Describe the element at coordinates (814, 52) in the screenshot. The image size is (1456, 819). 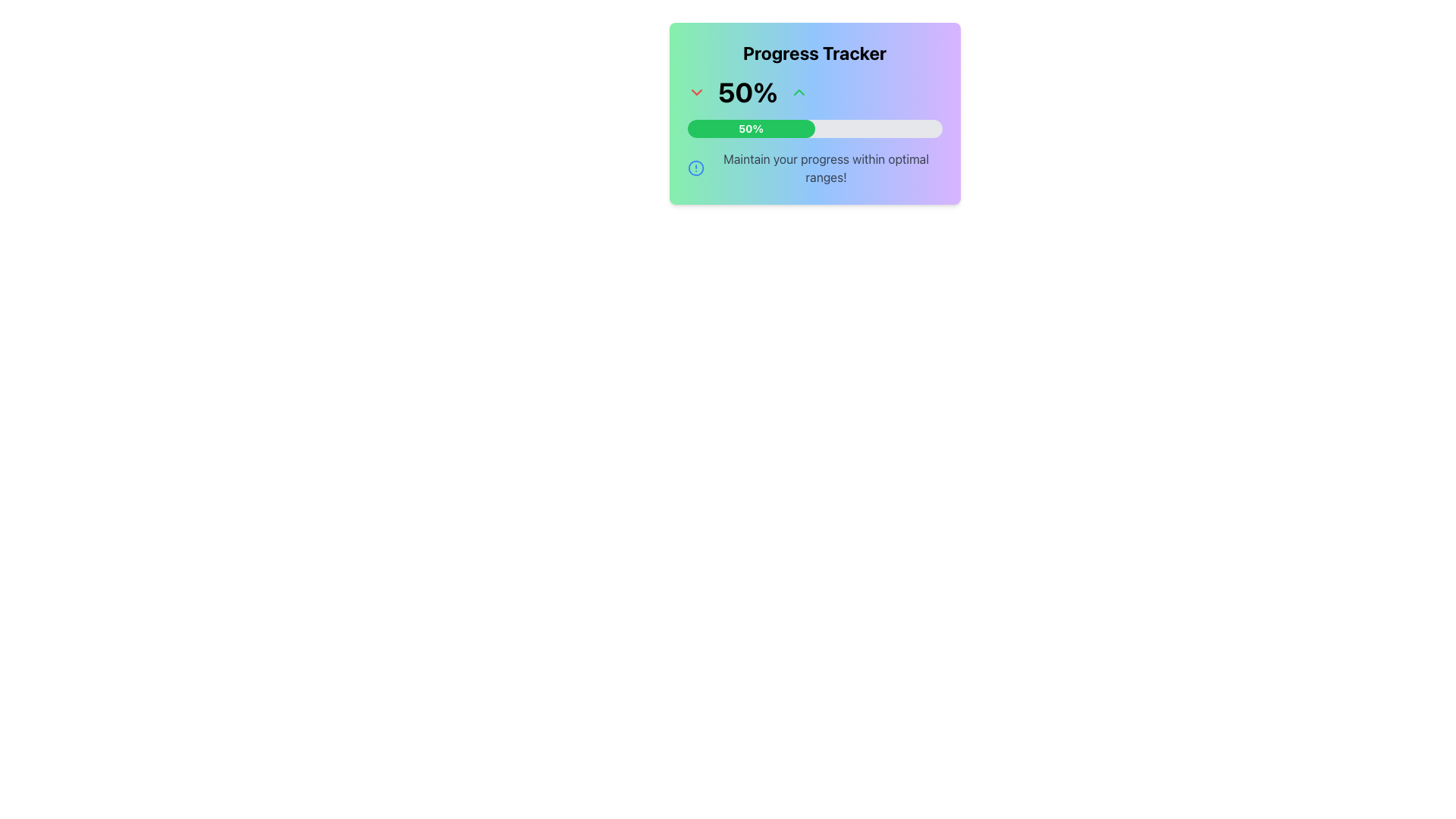
I see `the Text Label that identifies the purpose or theme of the card tracking progress, located centrally at the top of the card-like structure` at that location.